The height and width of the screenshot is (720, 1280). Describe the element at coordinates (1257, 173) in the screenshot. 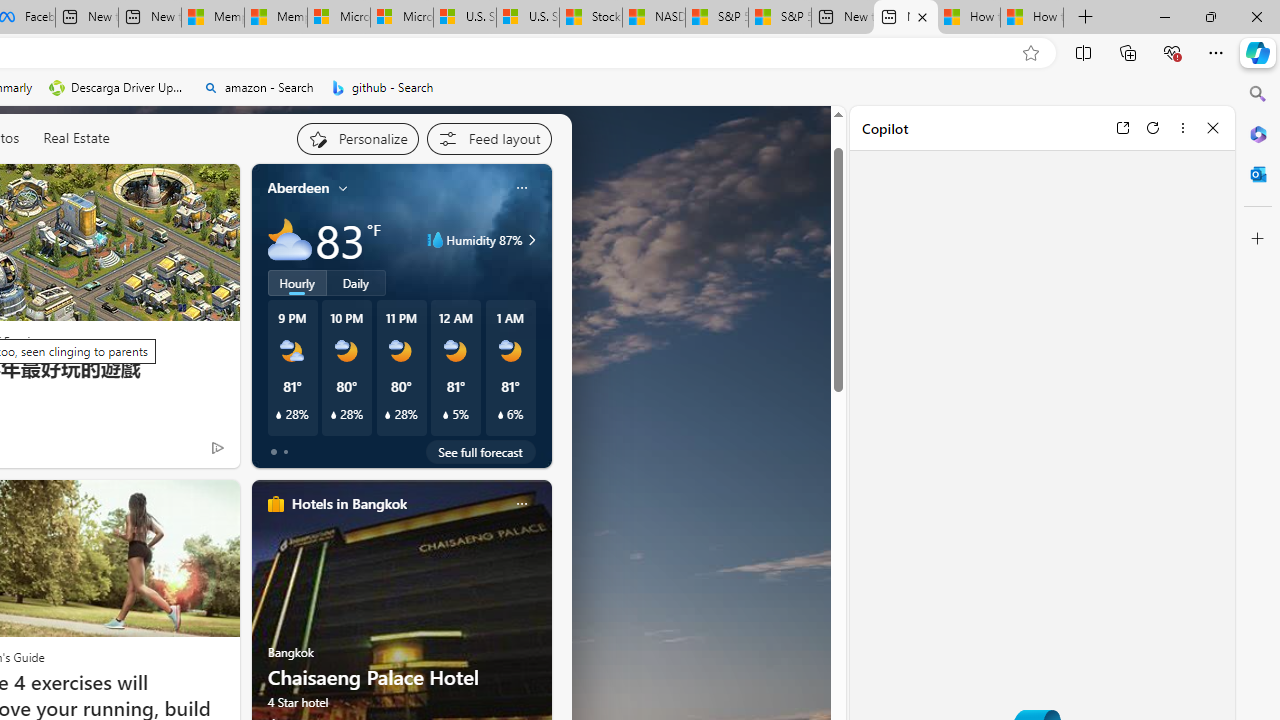

I see `'Outlook'` at that location.